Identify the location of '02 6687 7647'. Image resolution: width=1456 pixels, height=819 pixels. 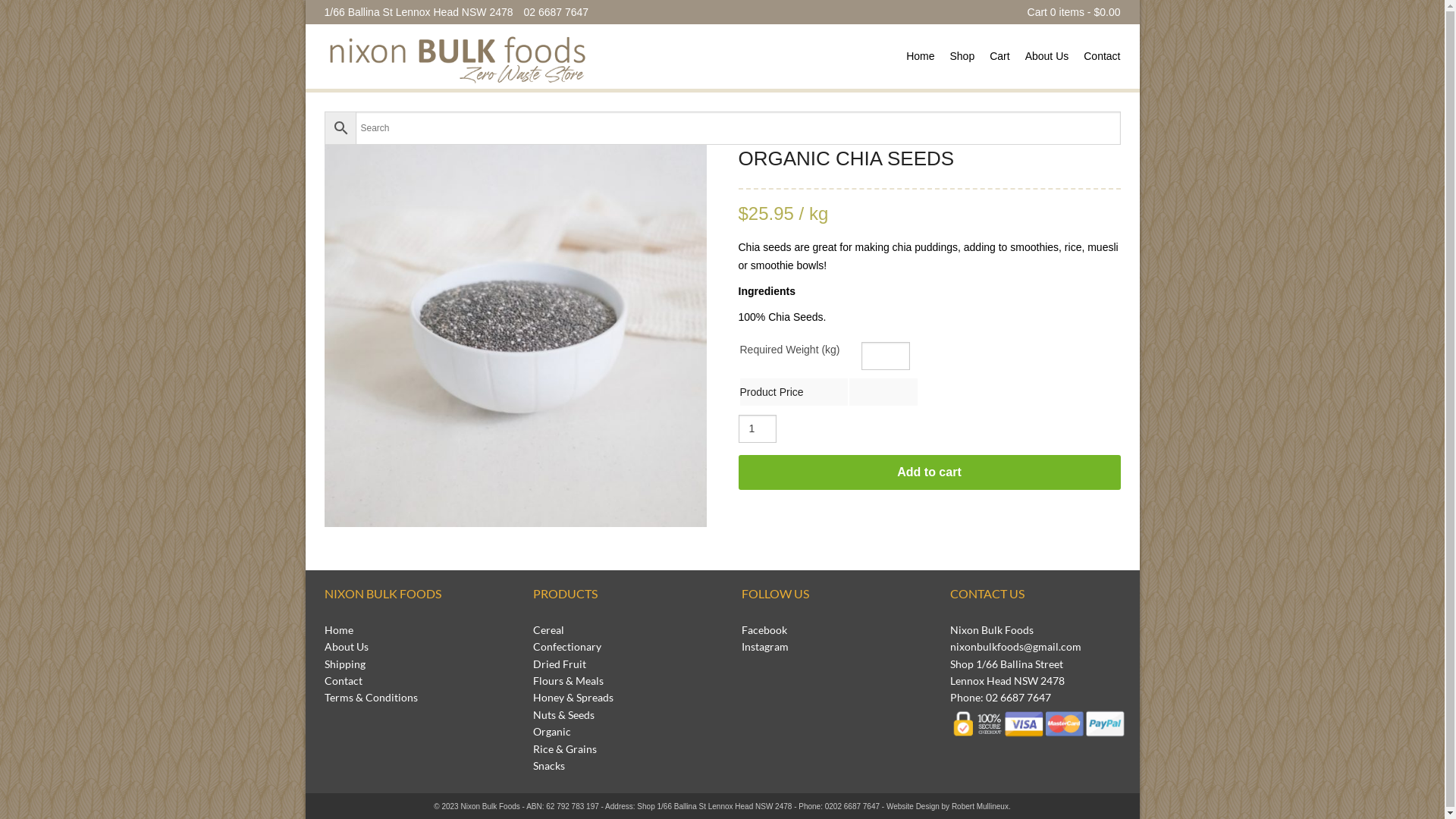
(555, 11).